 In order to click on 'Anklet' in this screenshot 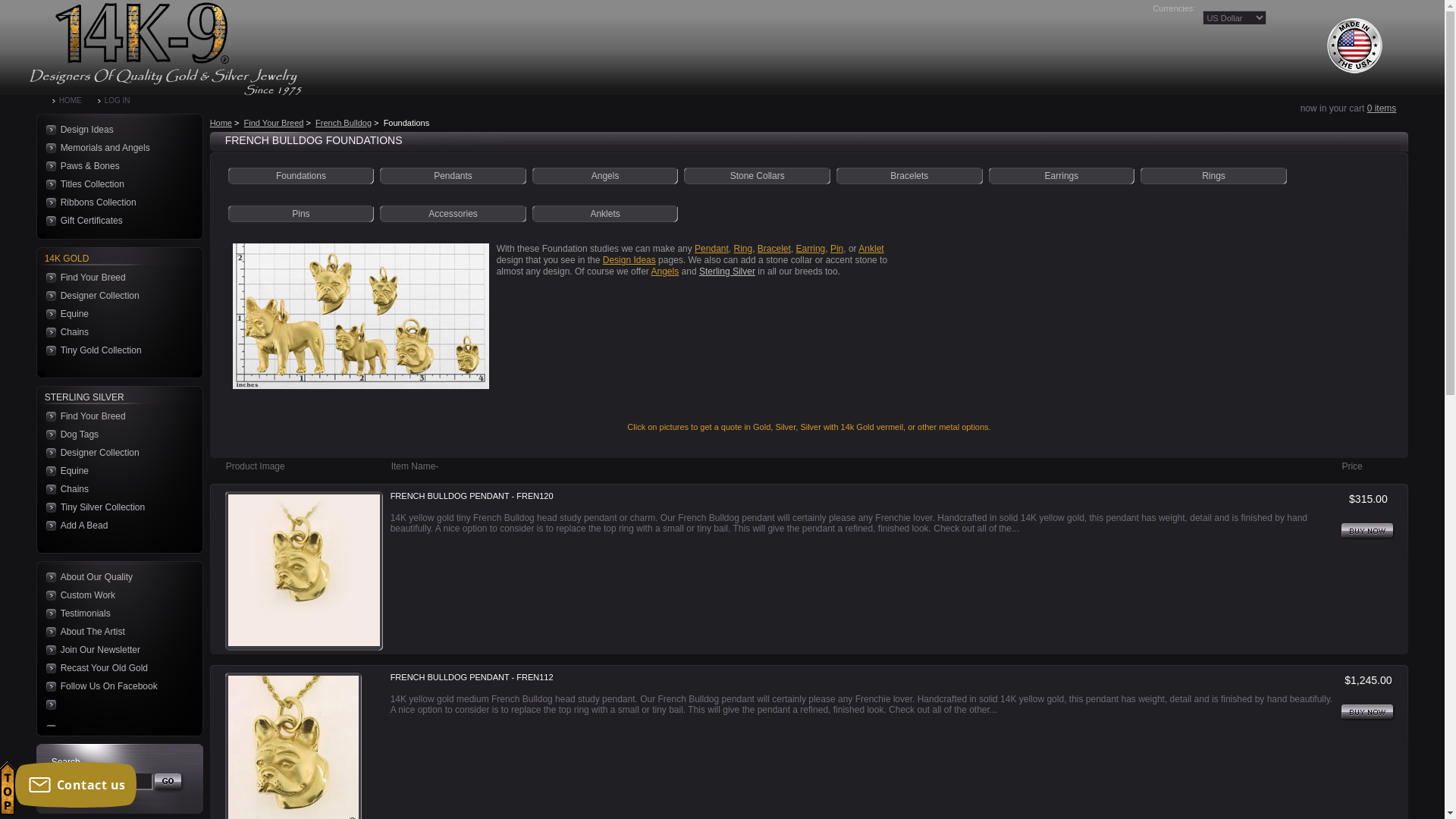, I will do `click(871, 247)`.